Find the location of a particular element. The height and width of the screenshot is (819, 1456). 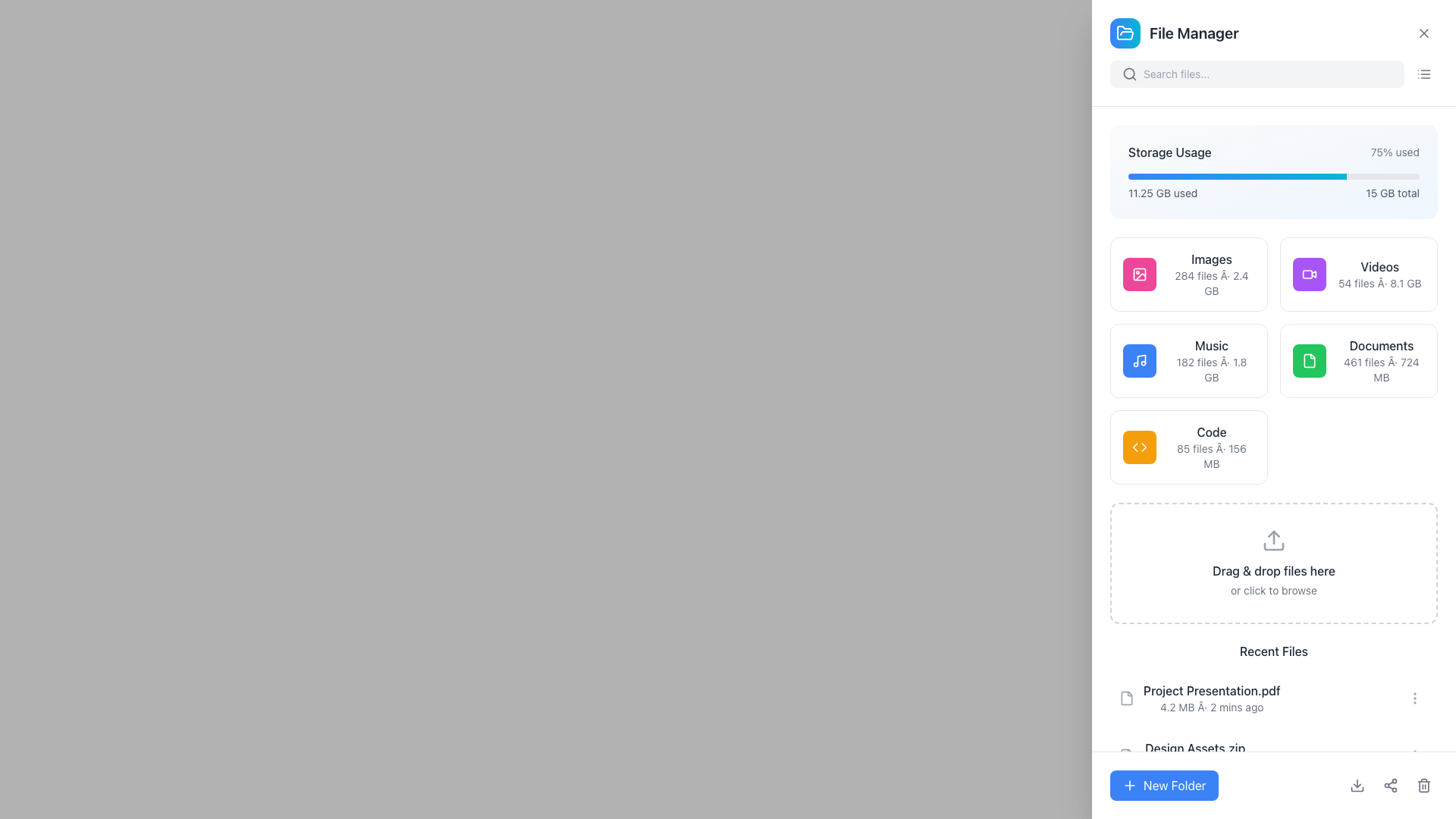

the menu icon, which consists of three horizontal lines stacked vertically in gray color, located in the top-right corner of the interface next to the search bar is located at coordinates (1423, 74).